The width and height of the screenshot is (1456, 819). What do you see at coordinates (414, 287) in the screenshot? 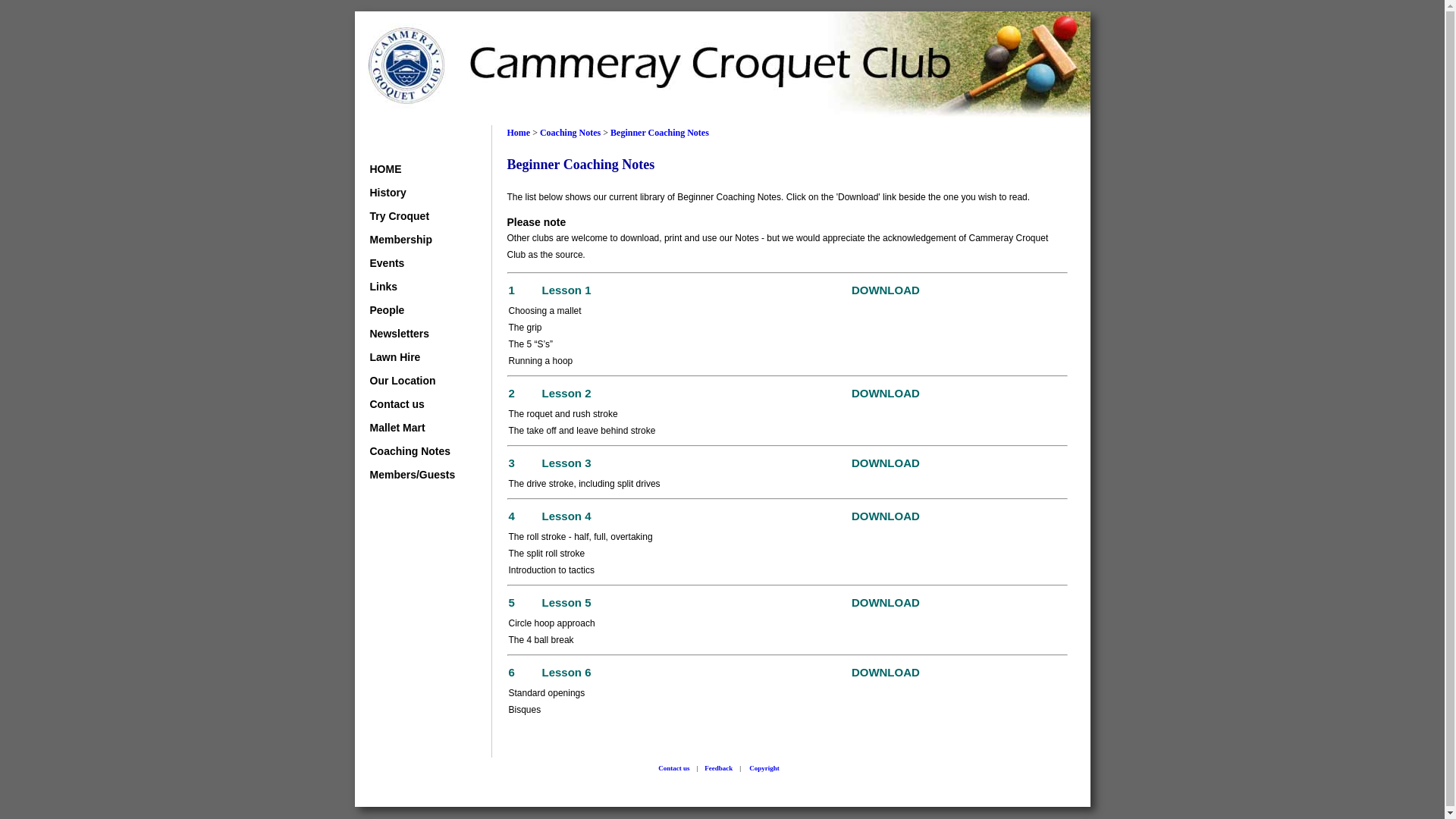
I see `'Links'` at bounding box center [414, 287].